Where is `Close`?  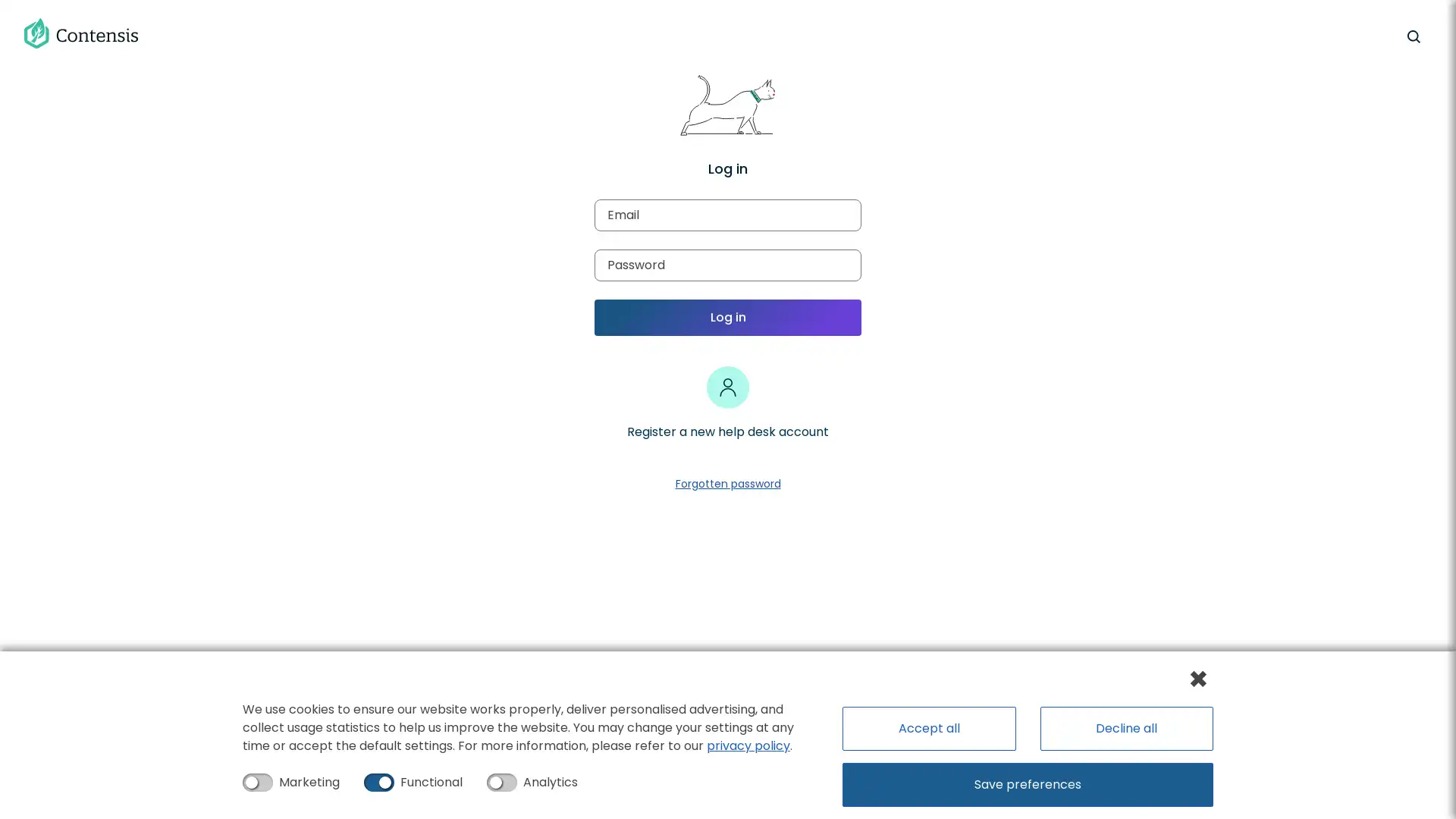
Close is located at coordinates (1197, 677).